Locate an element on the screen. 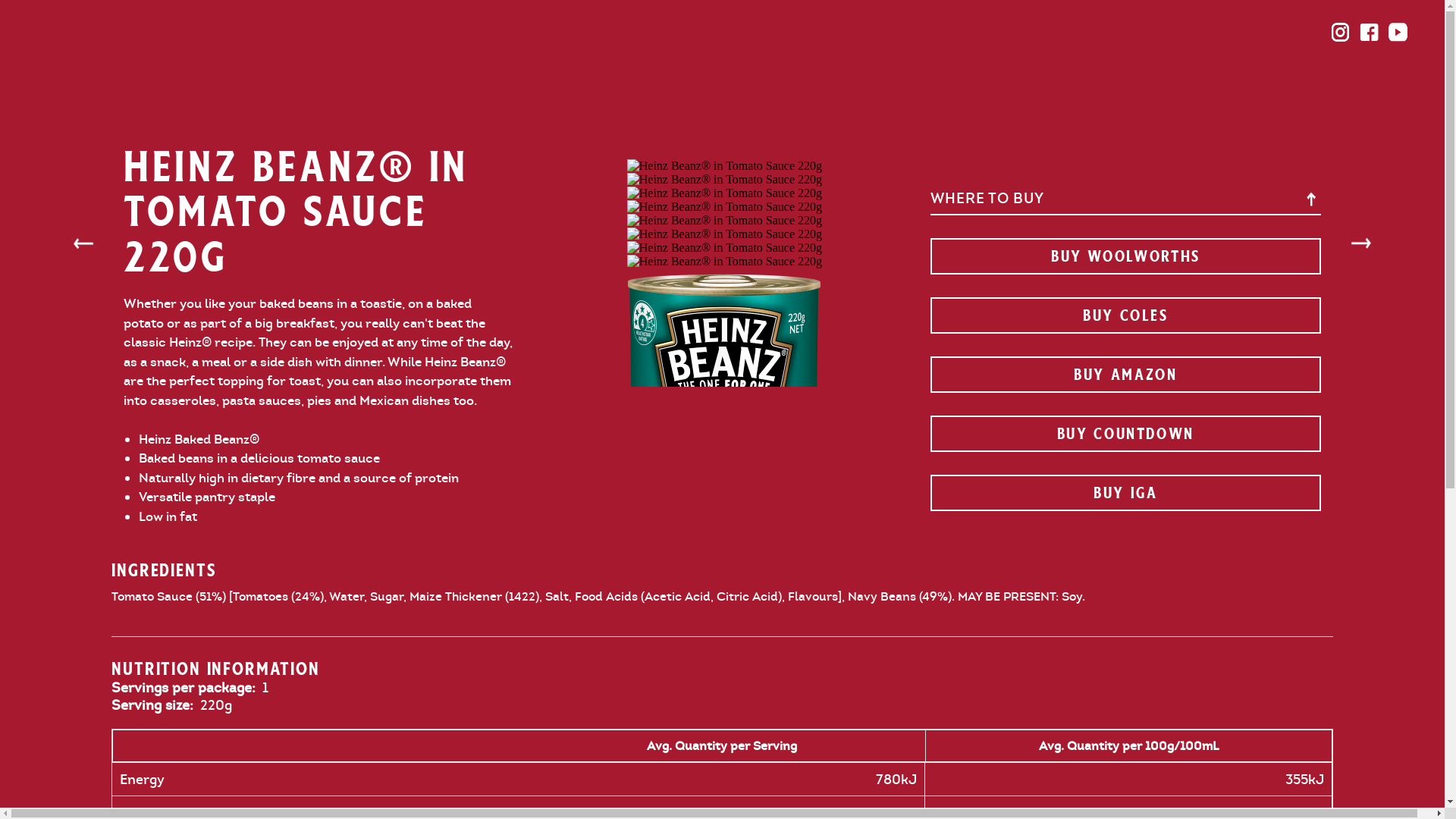  'youtube' is located at coordinates (1397, 32).